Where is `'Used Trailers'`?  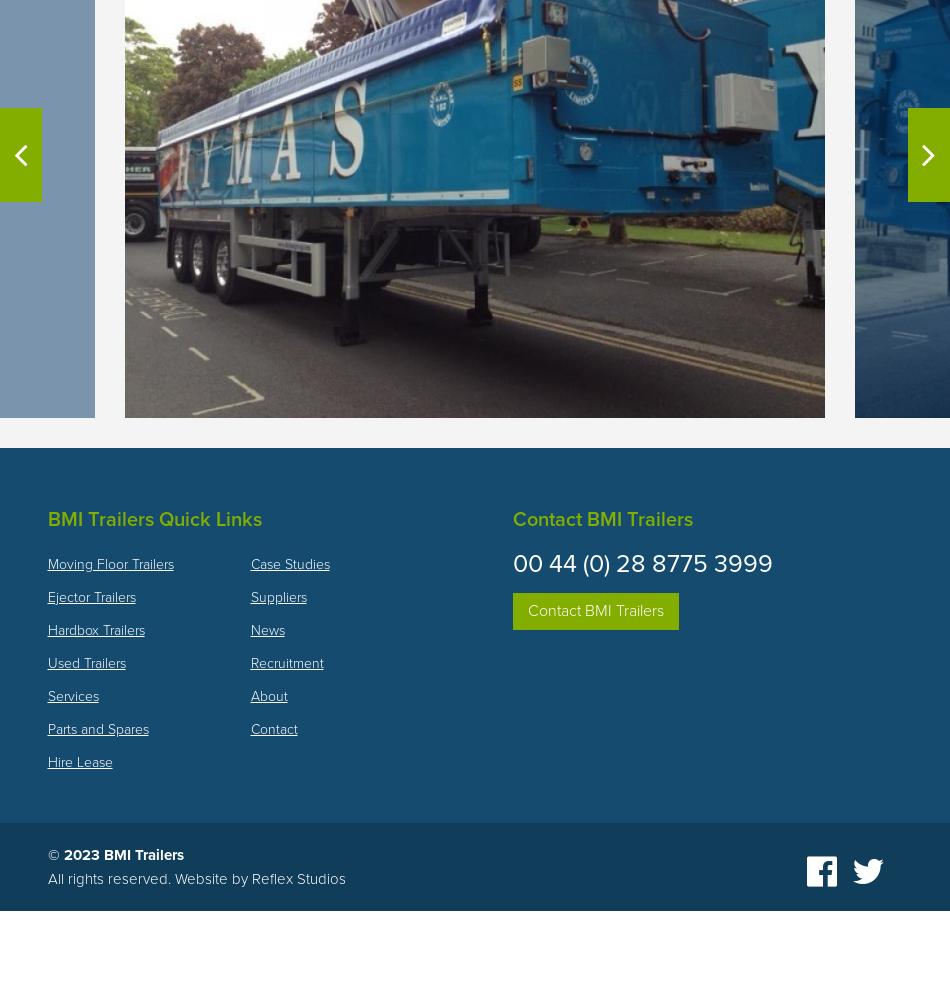
'Used Trailers' is located at coordinates (47, 662).